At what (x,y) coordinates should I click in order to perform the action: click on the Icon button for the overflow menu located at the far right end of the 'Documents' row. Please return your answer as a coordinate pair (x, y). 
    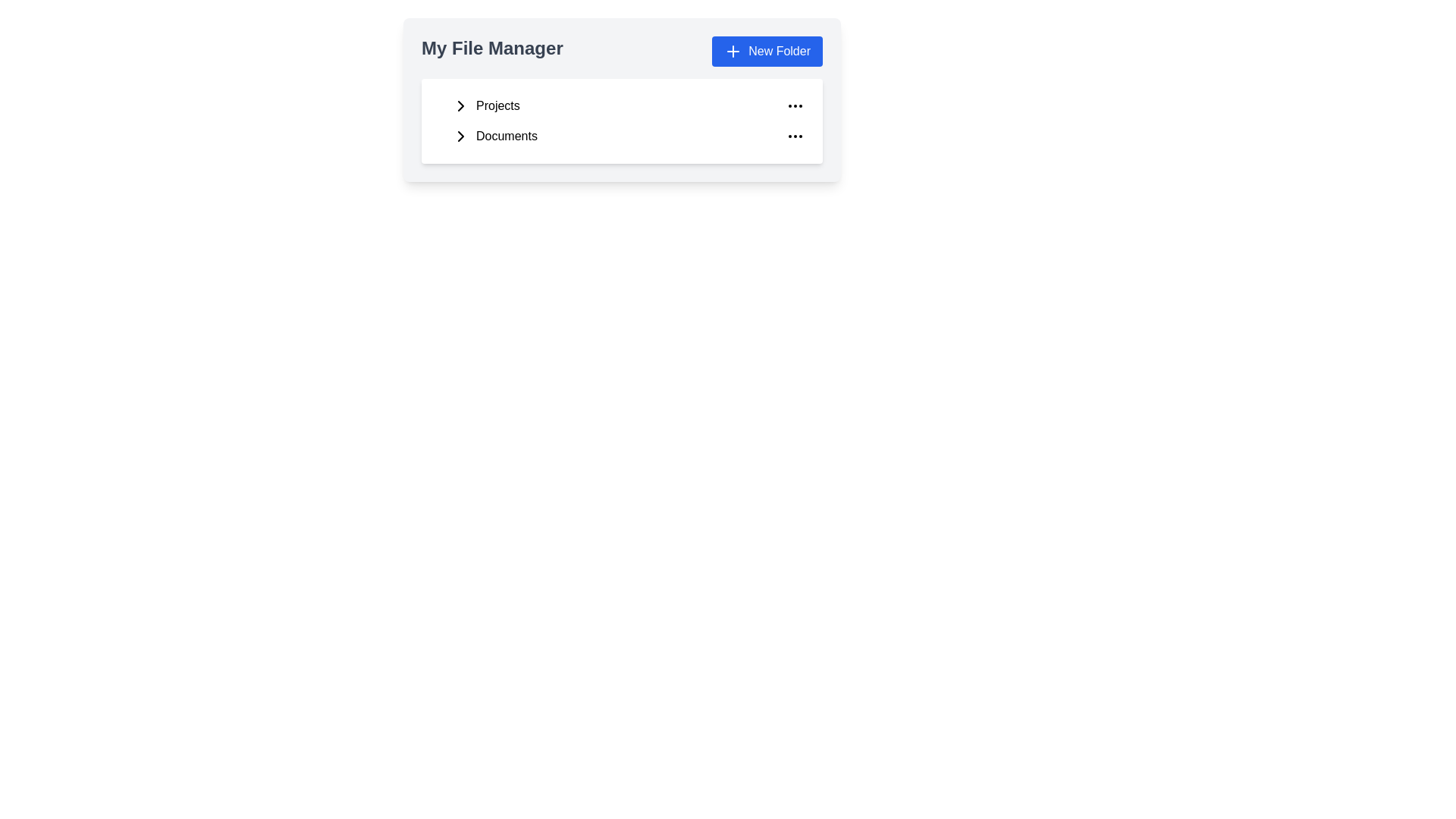
    Looking at the image, I should click on (795, 136).